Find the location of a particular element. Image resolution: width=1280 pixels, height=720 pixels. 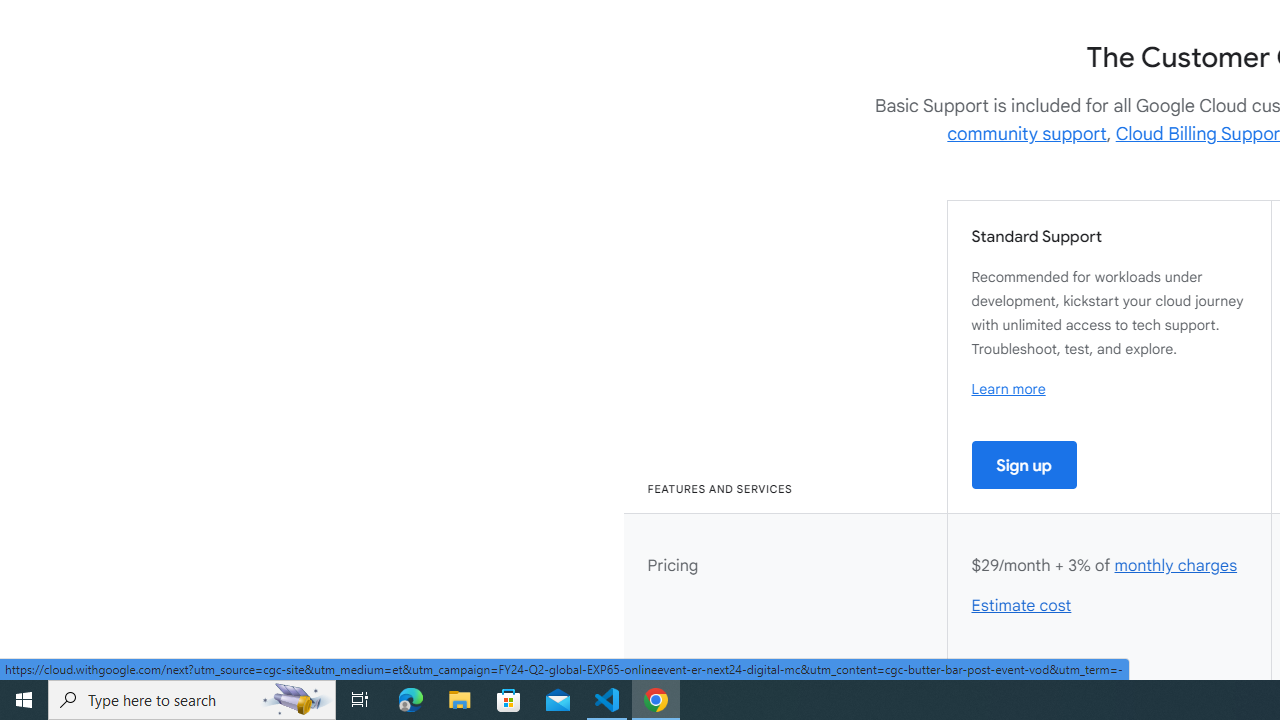

'monthly charges' is located at coordinates (1175, 565).